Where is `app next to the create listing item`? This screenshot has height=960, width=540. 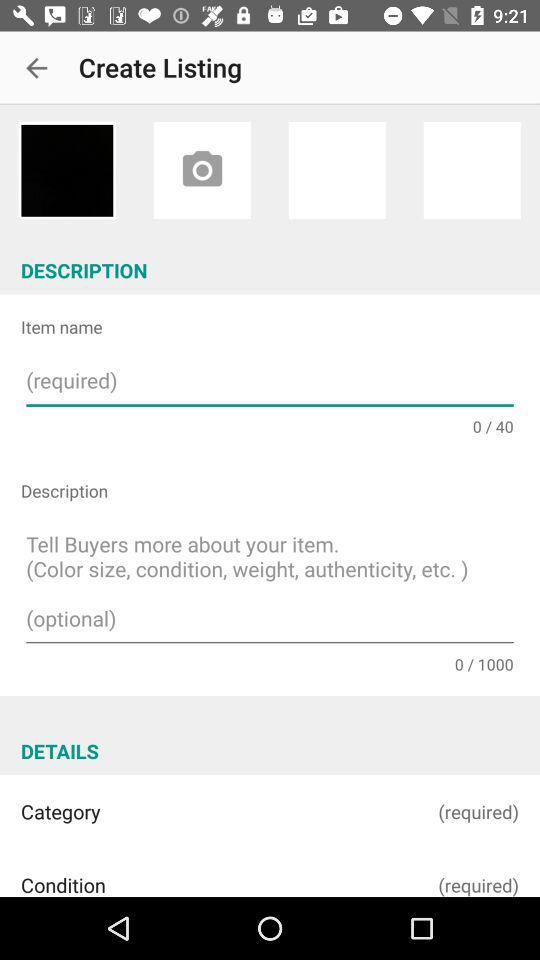
app next to the create listing item is located at coordinates (36, 68).